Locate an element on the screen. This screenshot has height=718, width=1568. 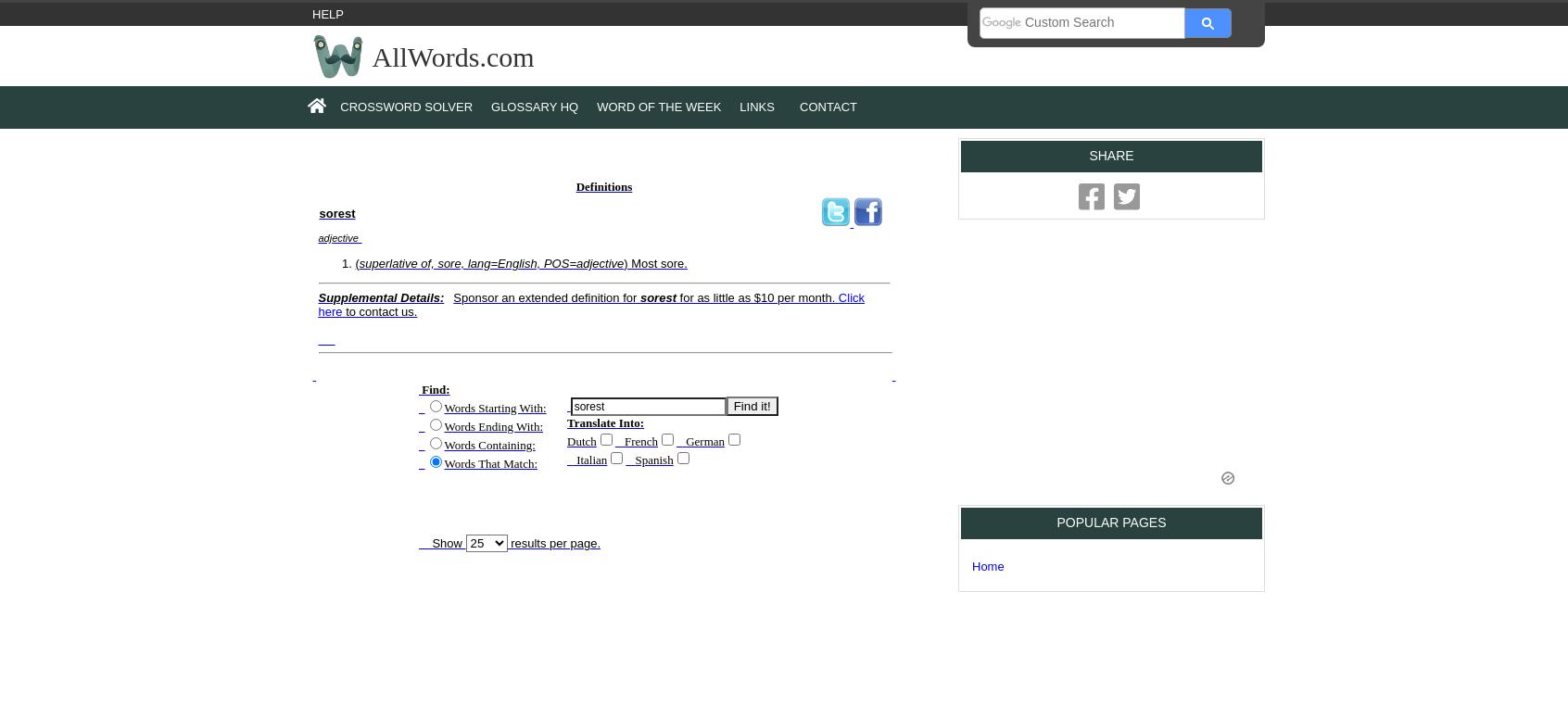
'French' is located at coordinates (640, 439).